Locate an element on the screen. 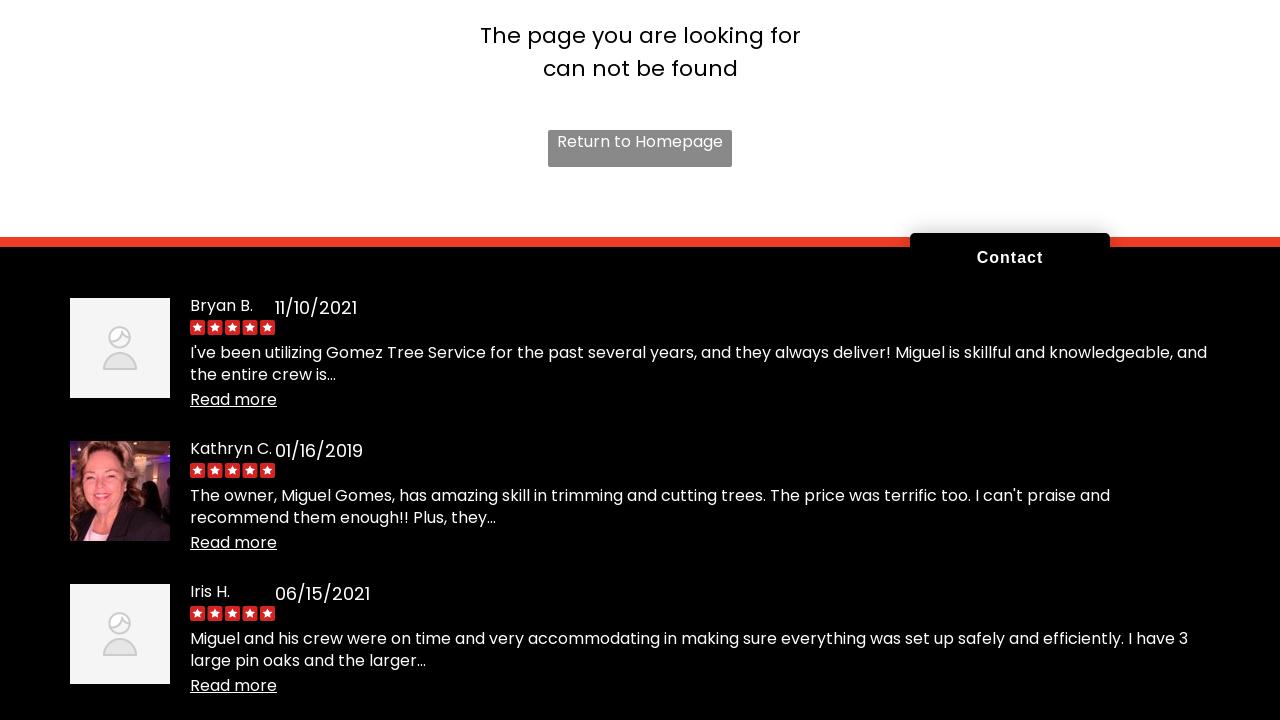  'The owner, Miguel Gomes, has amazing skill in trimming and cutting trees. The price was terrific too. I can't praise and recommend them enough!! Plus, they...' is located at coordinates (649, 504).